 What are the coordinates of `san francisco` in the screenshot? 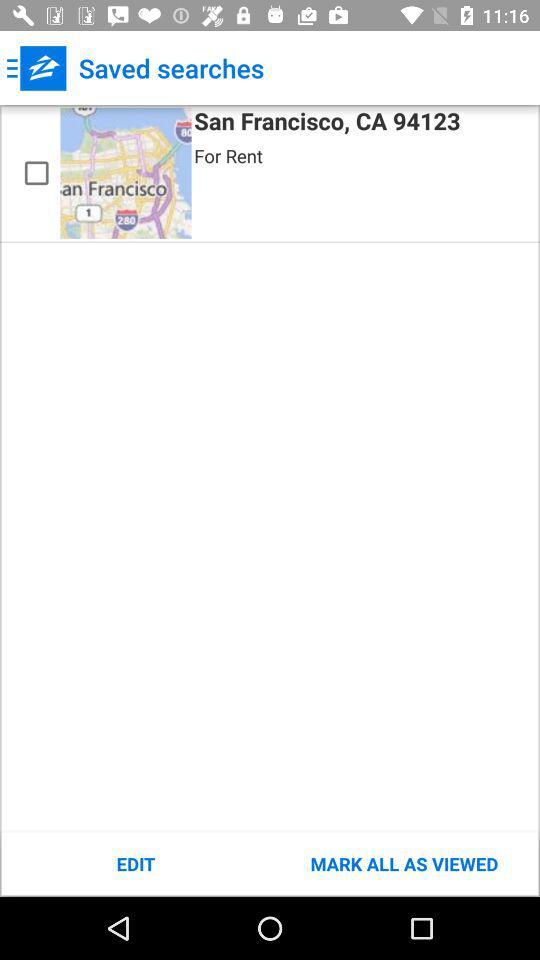 It's located at (36, 172).